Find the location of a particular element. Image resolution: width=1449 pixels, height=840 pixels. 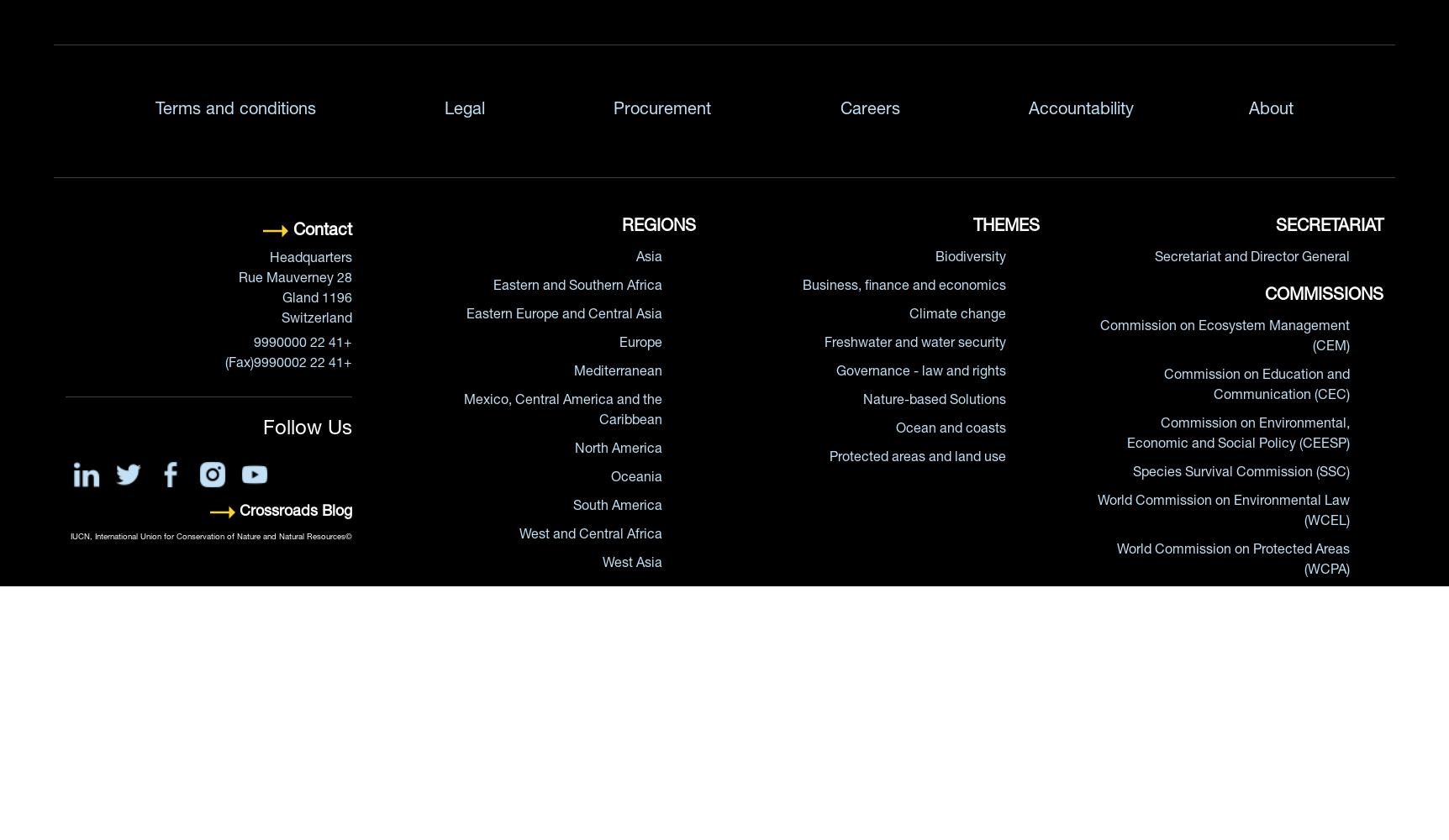

'Species Survival Commission (SSC)' is located at coordinates (1240, 472).